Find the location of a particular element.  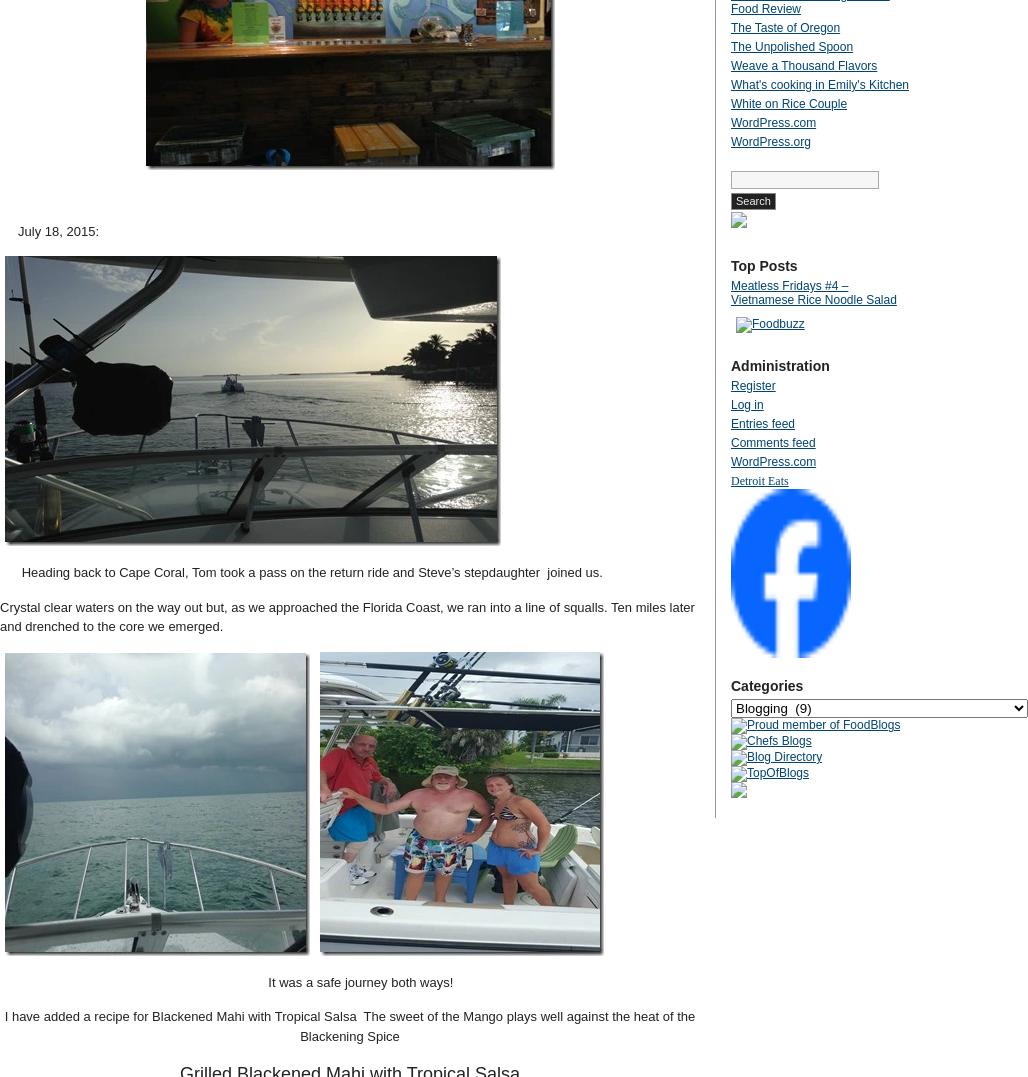

'Log in' is located at coordinates (746, 404).